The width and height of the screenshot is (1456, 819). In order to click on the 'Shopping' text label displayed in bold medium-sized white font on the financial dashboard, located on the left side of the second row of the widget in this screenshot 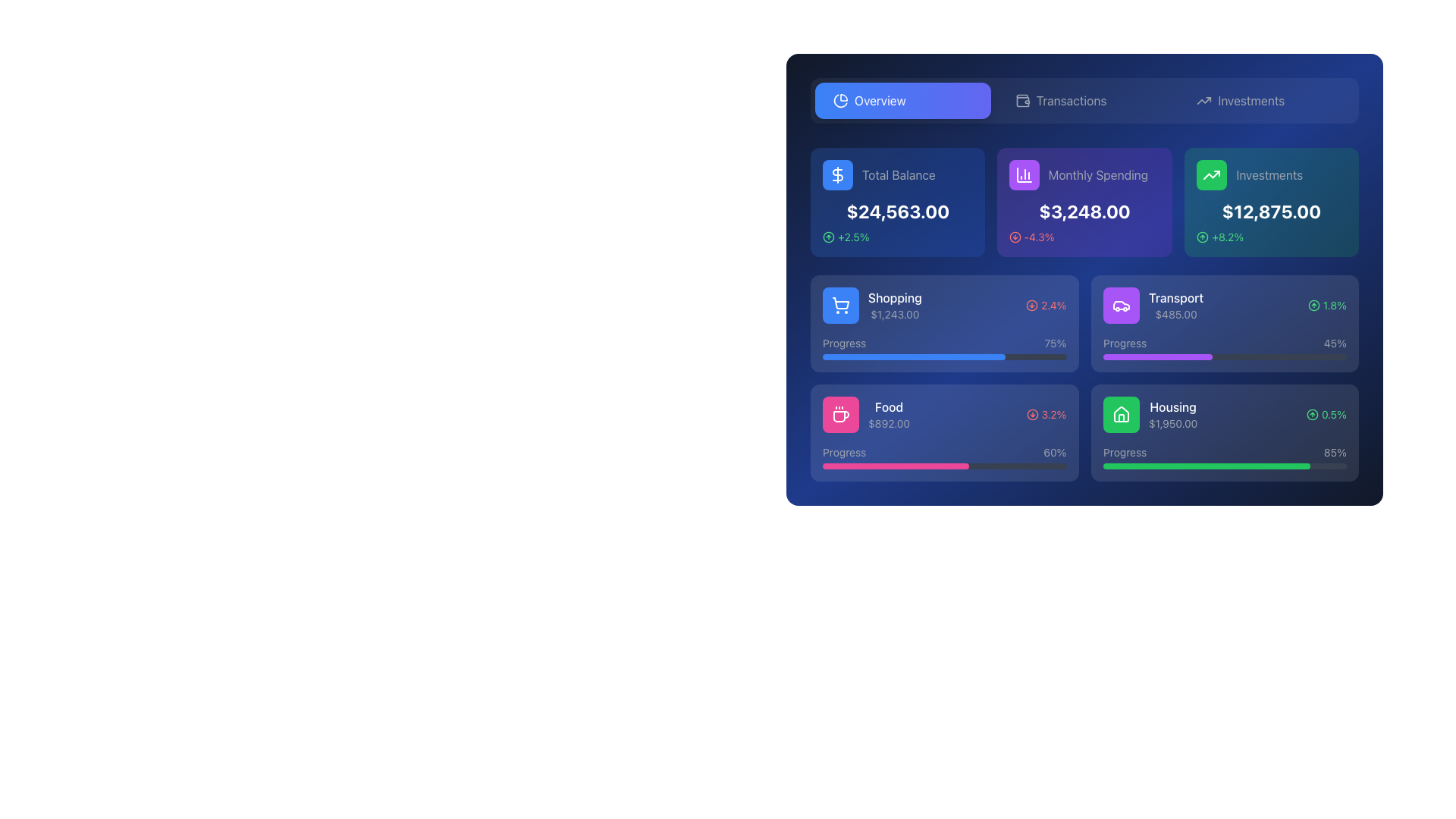, I will do `click(895, 298)`.